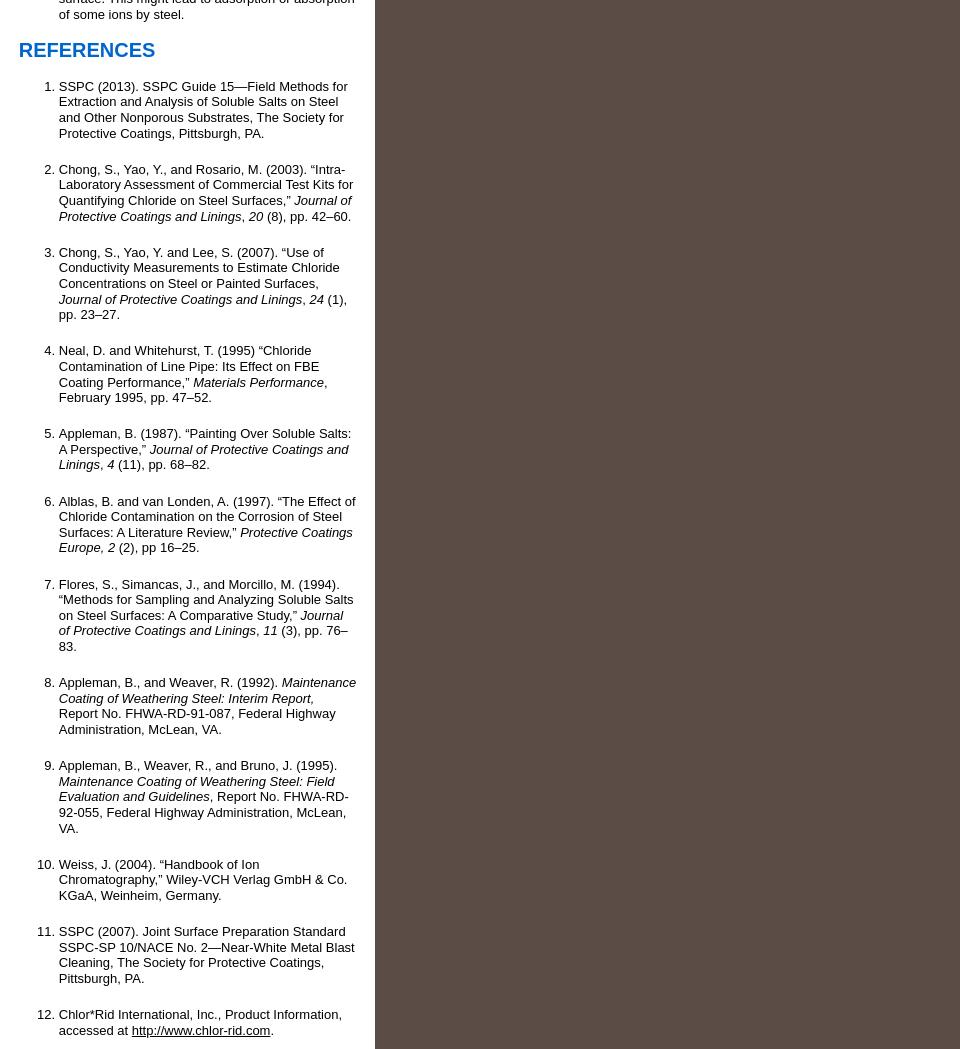 The height and width of the screenshot is (1049, 960). What do you see at coordinates (204, 539) in the screenshot?
I see `'Protective  Coatings Europe, 2'` at bounding box center [204, 539].